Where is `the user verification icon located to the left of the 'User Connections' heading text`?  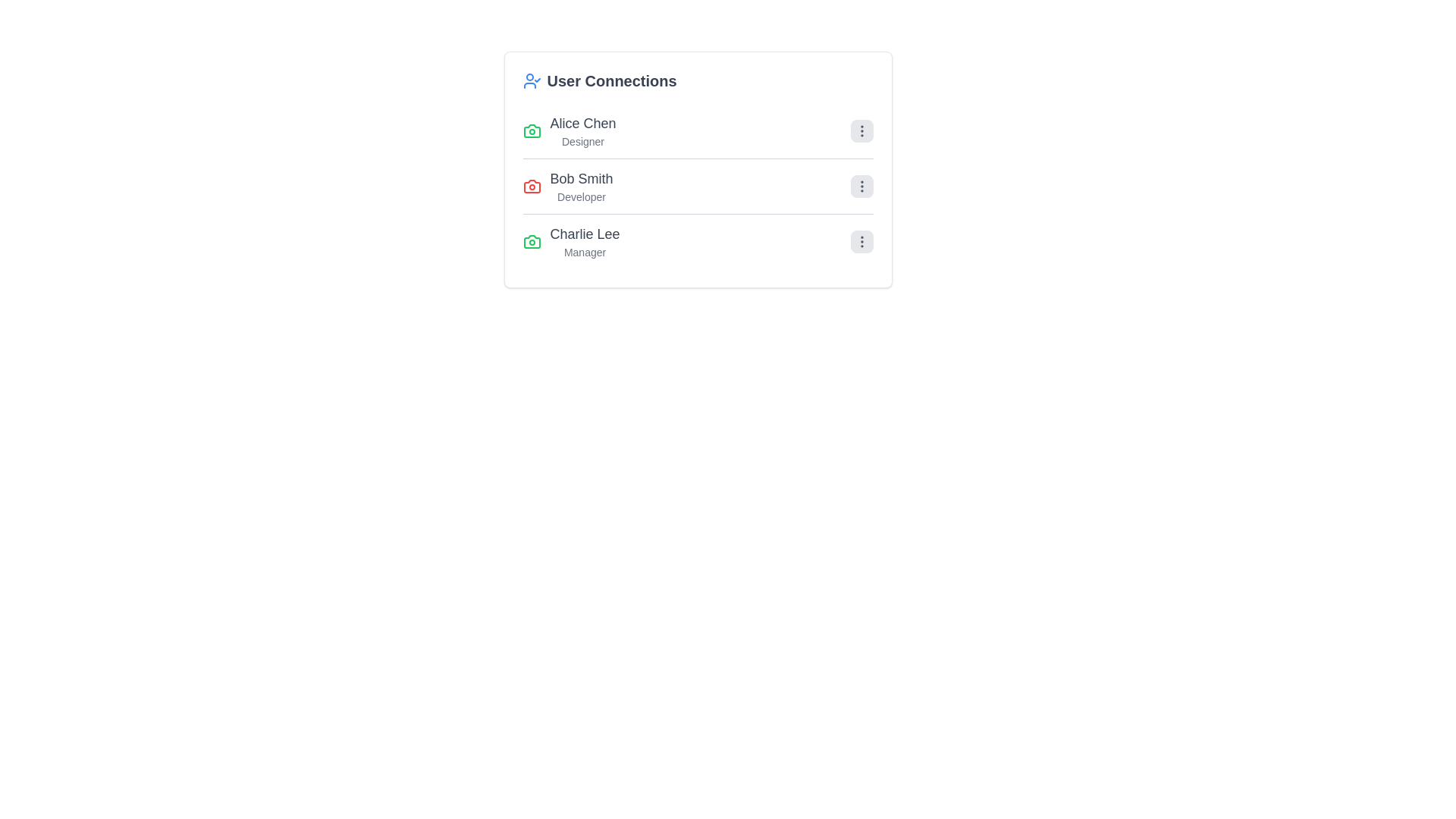 the user verification icon located to the left of the 'User Connections' heading text is located at coordinates (532, 81).